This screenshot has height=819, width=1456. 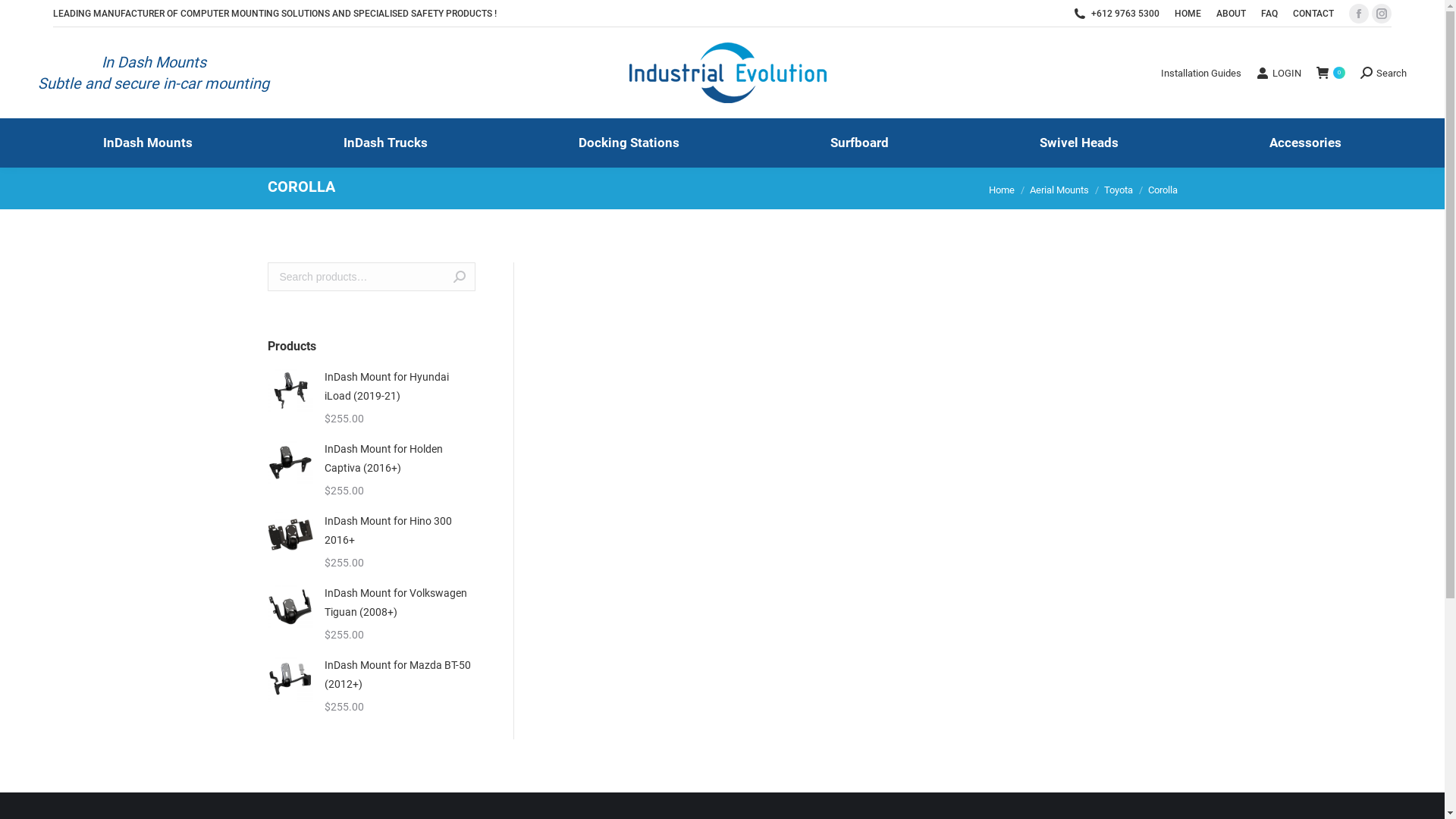 What do you see at coordinates (400, 385) in the screenshot?
I see `'InDash Mount for Hyundai iLoad (2019-21)'` at bounding box center [400, 385].